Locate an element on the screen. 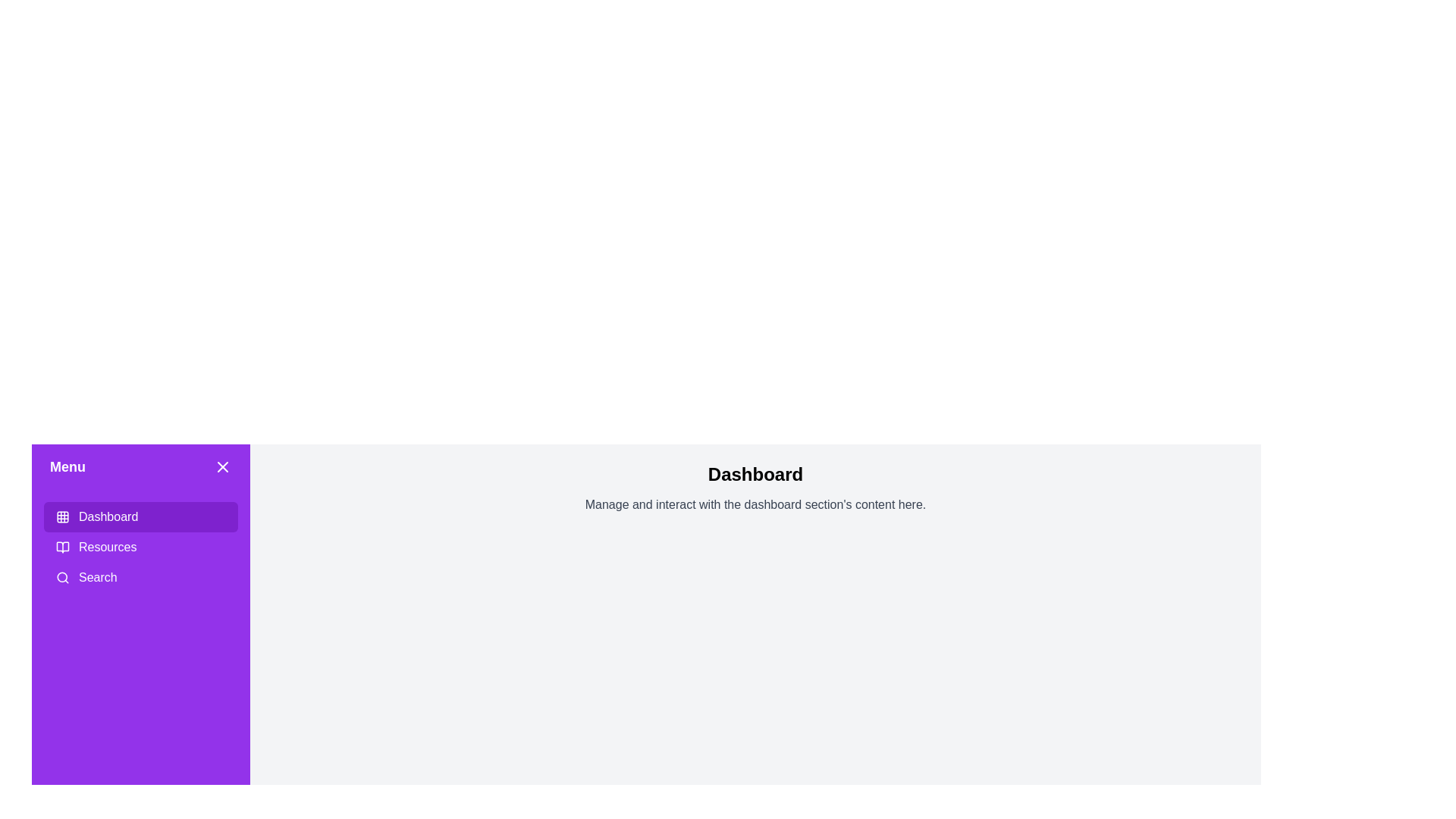 The image size is (1456, 819). the button located in the left-hand sidebar, below the 'Resources' button is located at coordinates (141, 578).